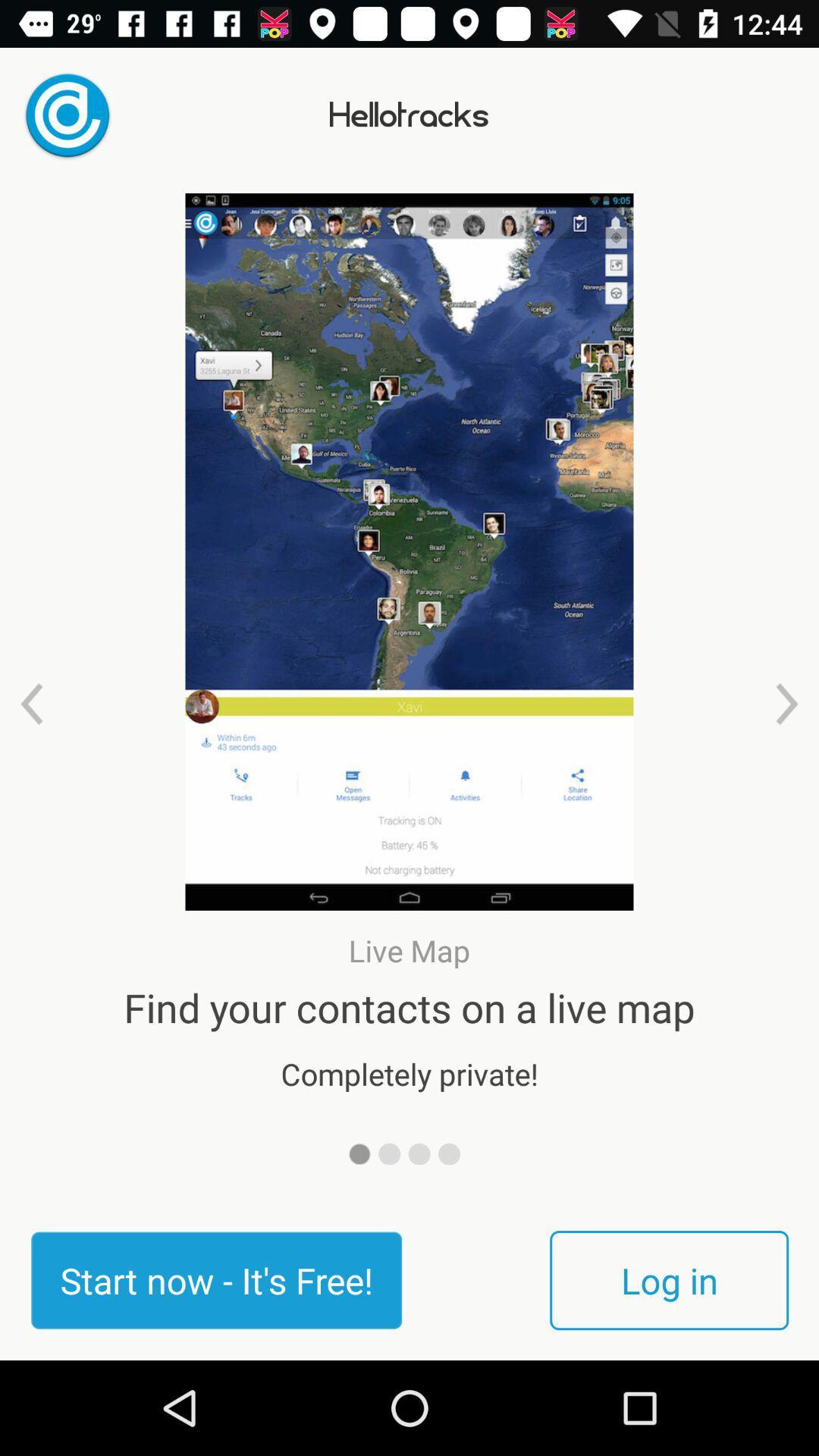 The image size is (819, 1456). What do you see at coordinates (216, 1279) in the screenshot?
I see `icon to the left of the log in item` at bounding box center [216, 1279].